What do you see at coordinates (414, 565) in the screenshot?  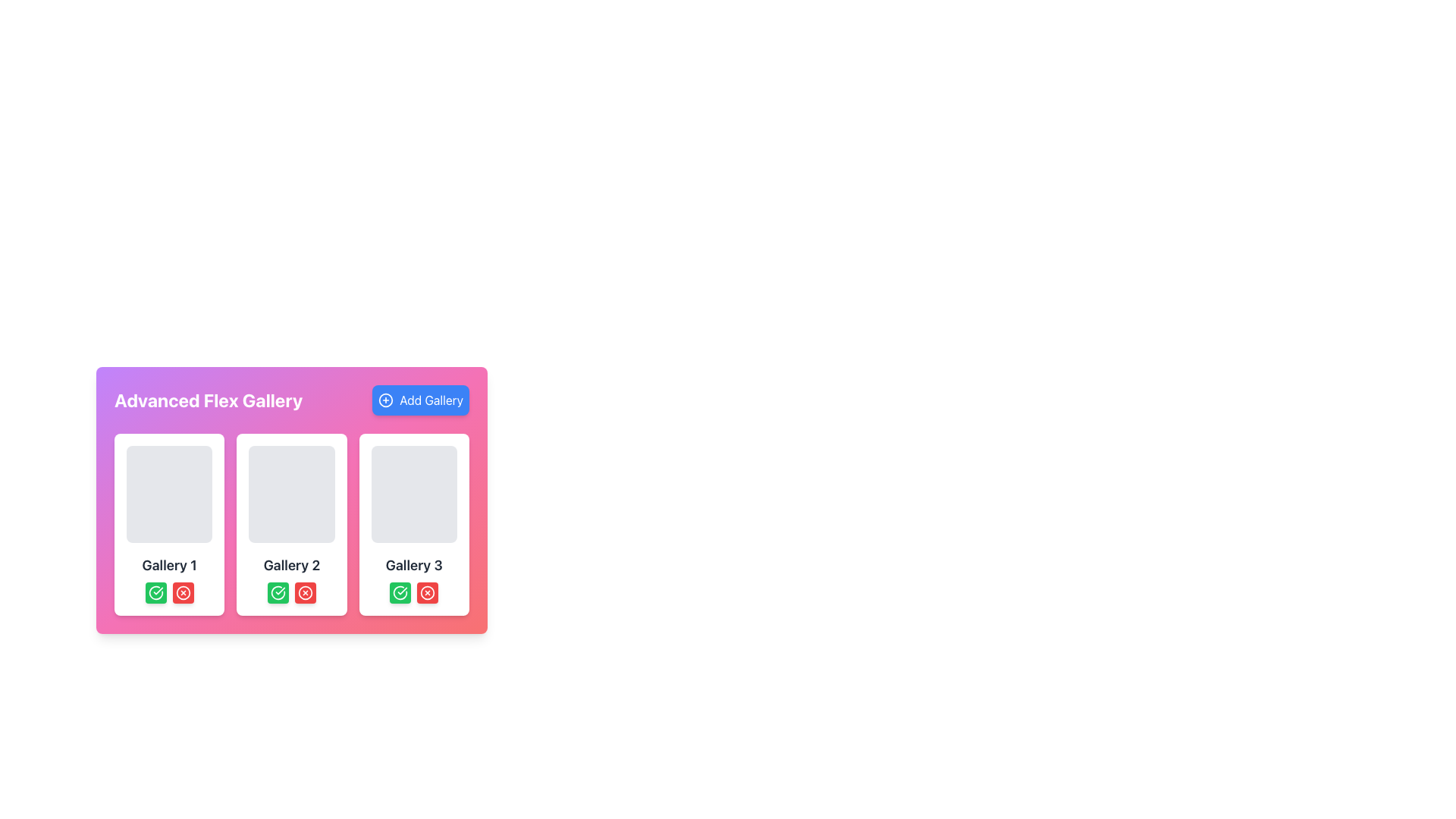 I see `the 'Gallery 3' text label, which is styled with a bold font and located in the lower central part of the rightmost card among three similar cards` at bounding box center [414, 565].